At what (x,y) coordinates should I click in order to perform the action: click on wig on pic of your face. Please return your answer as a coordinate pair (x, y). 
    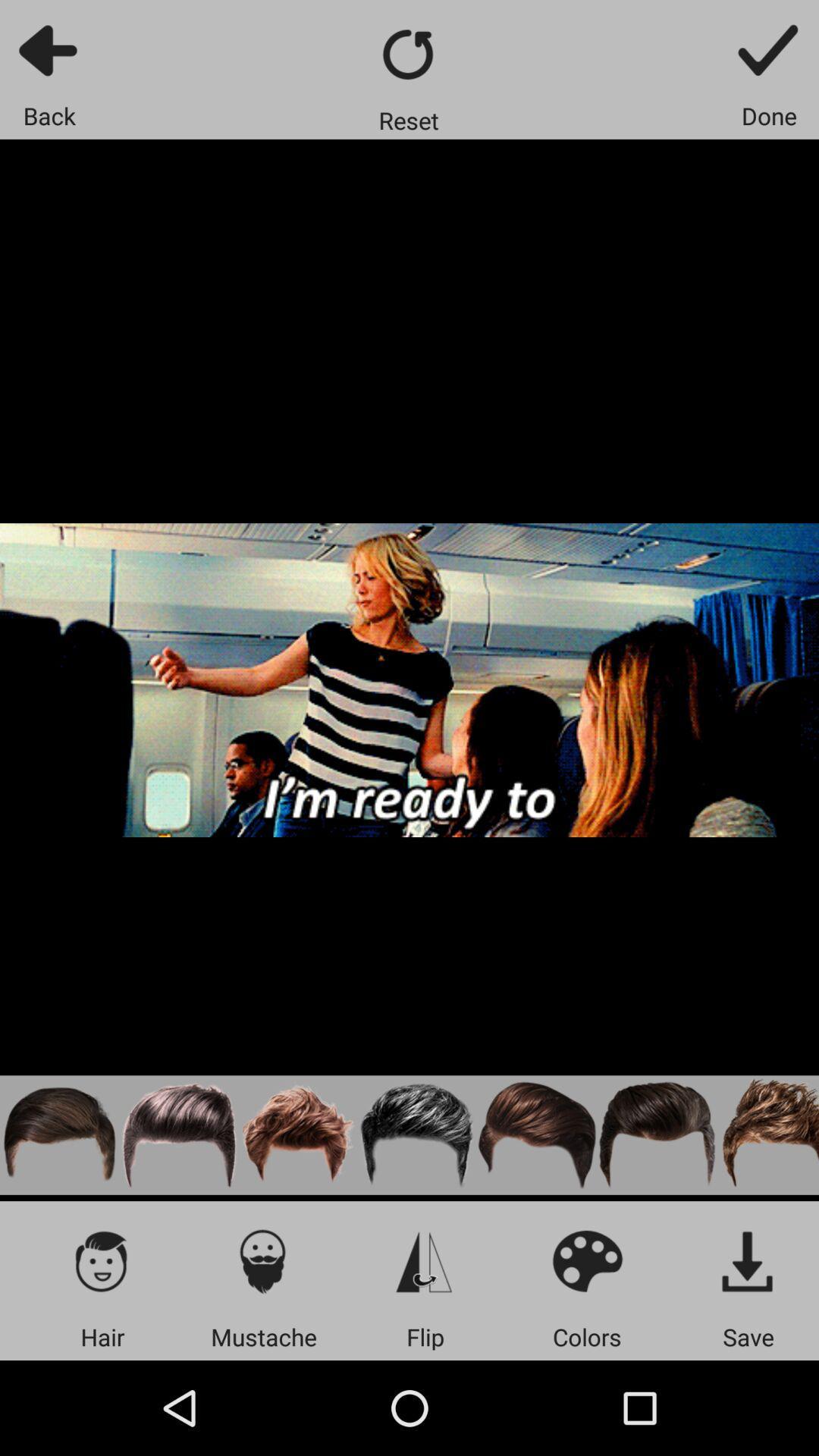
    Looking at the image, I should click on (178, 1135).